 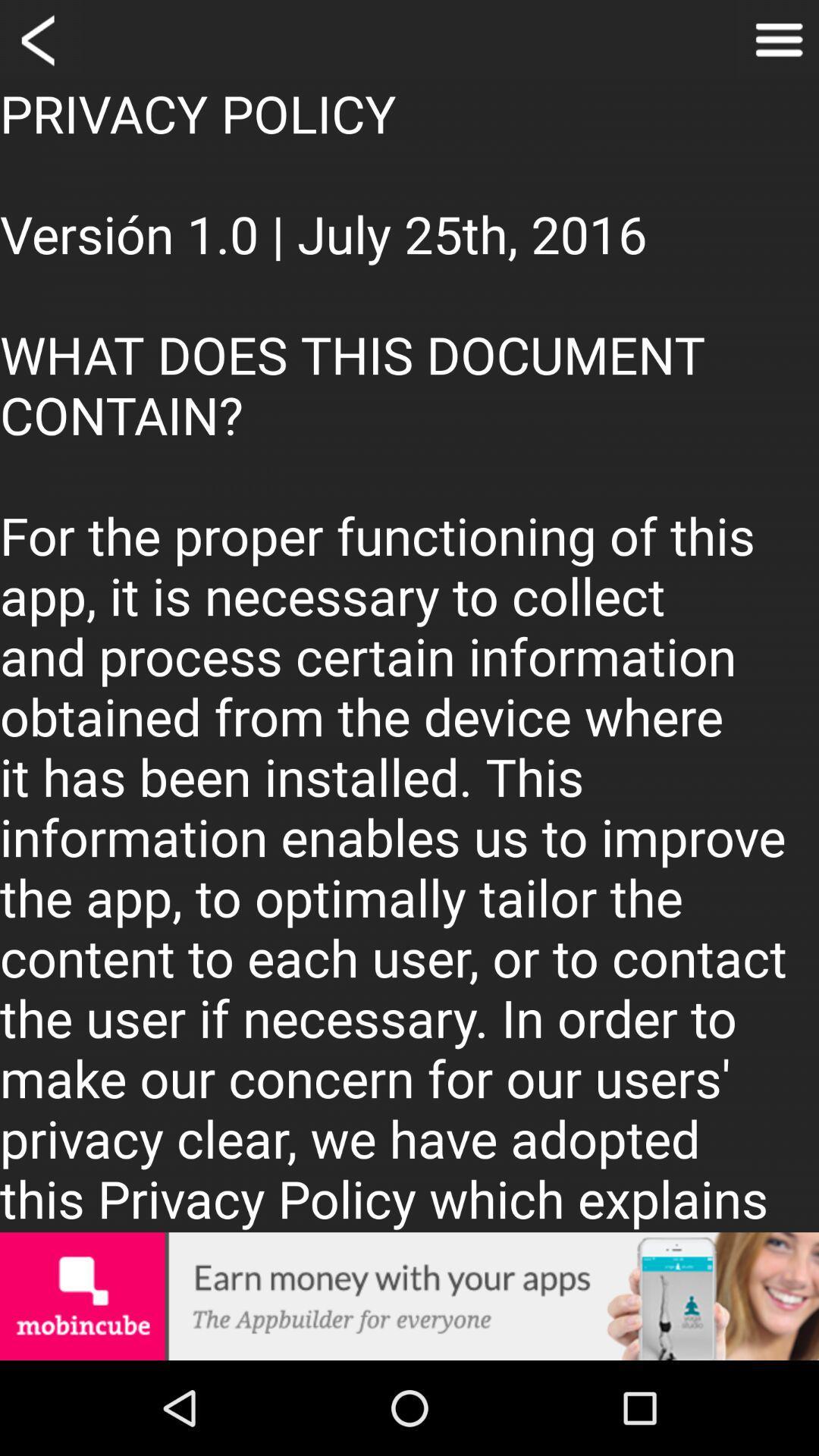 I want to click on the menu icon, so click(x=778, y=42).